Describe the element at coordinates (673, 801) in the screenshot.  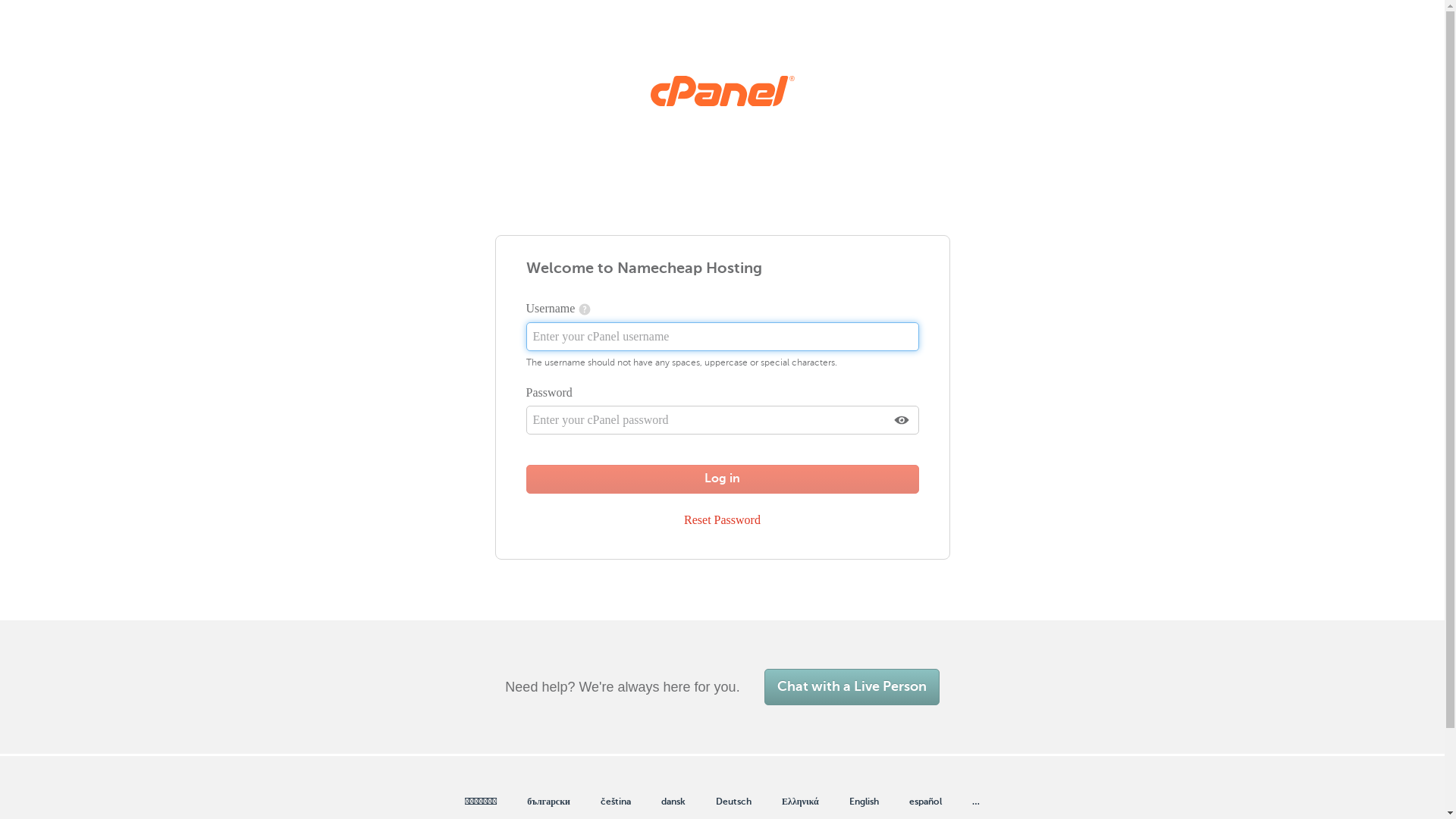
I see `'dansk'` at that location.